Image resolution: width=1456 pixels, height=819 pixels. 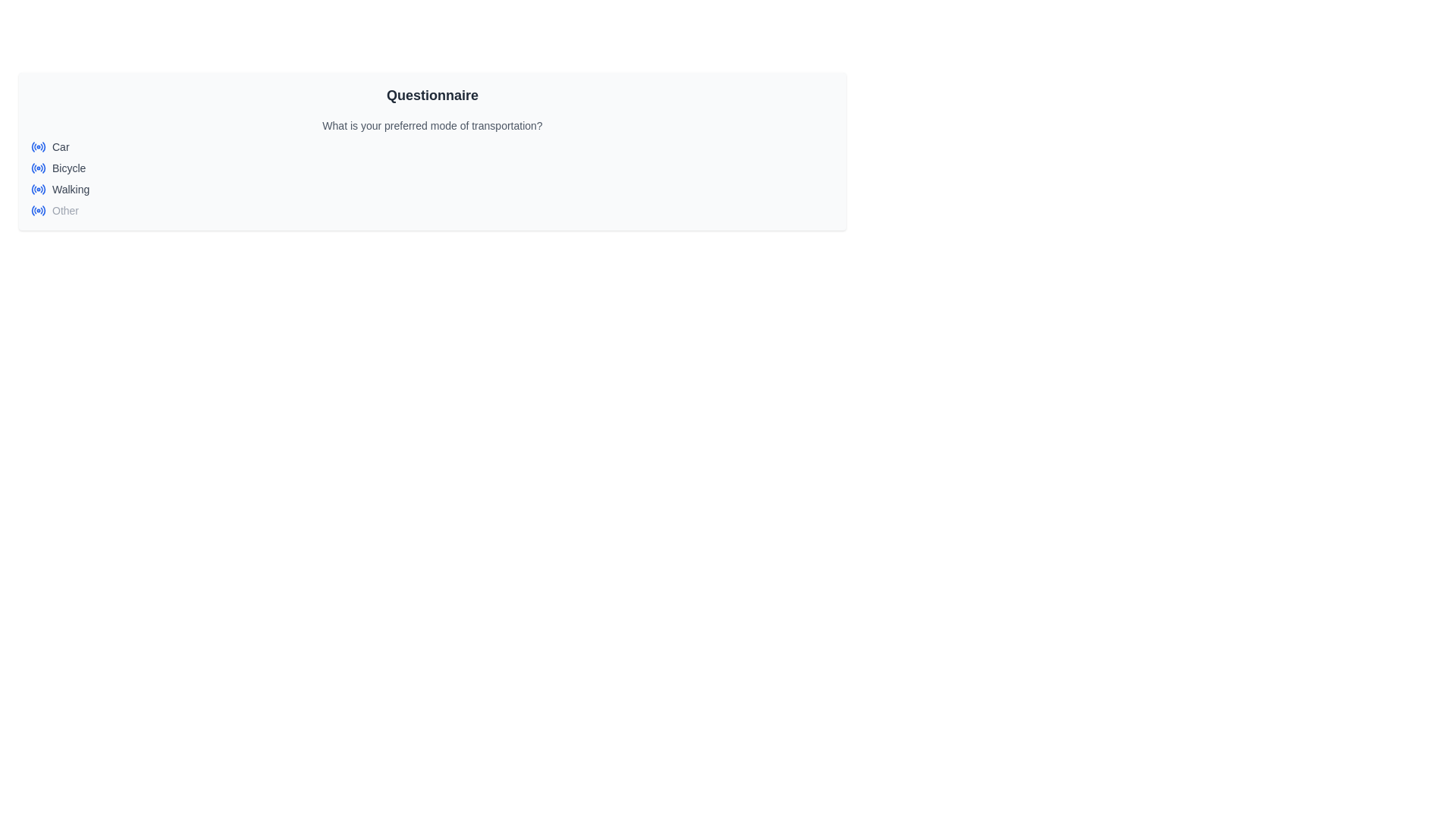 What do you see at coordinates (431, 124) in the screenshot?
I see `the Text label guiding the user to select their preferred transportation mode in the survey interface` at bounding box center [431, 124].